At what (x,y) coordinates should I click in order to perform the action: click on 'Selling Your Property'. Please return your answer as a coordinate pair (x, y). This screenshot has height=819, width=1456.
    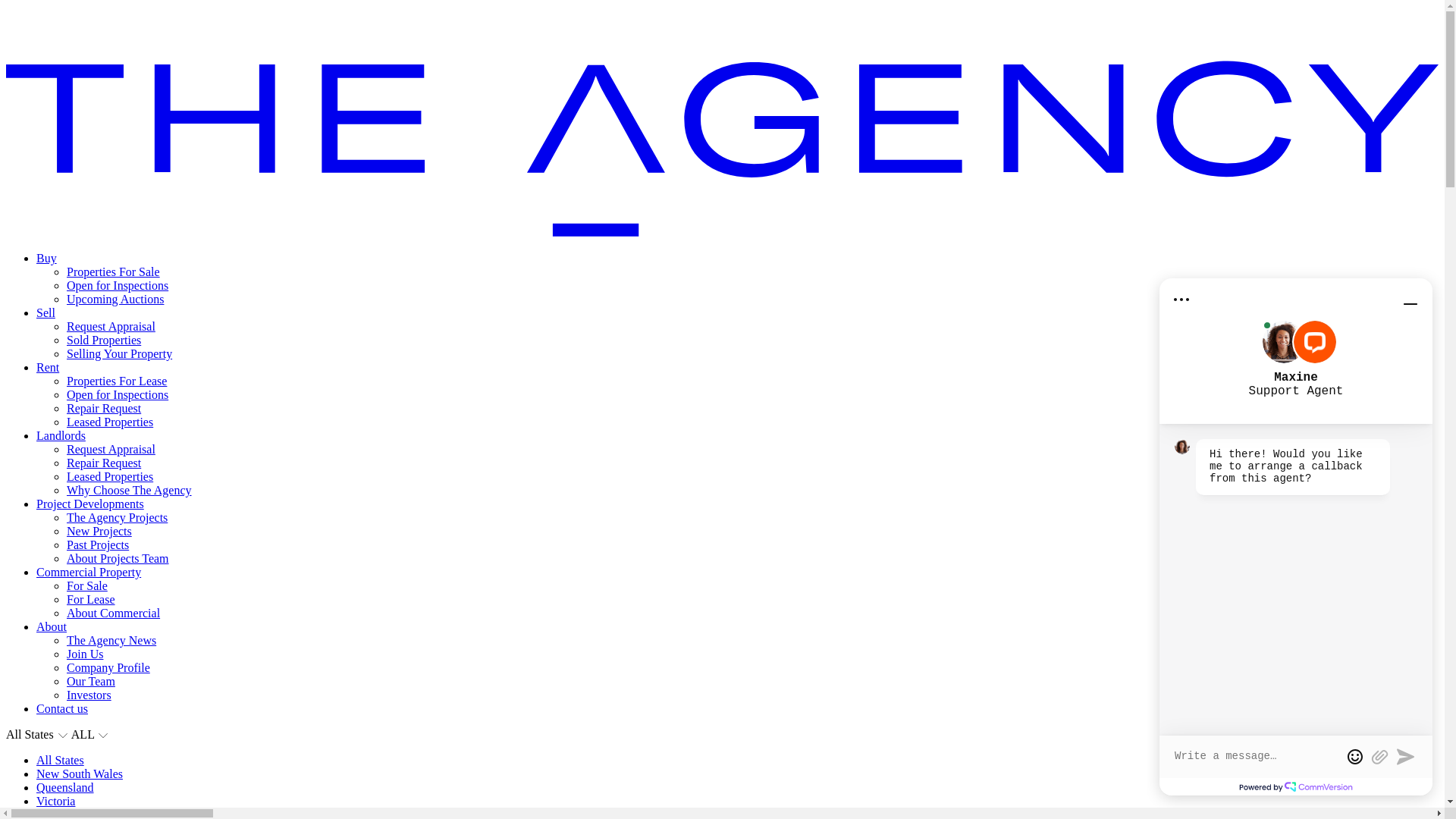
    Looking at the image, I should click on (118, 353).